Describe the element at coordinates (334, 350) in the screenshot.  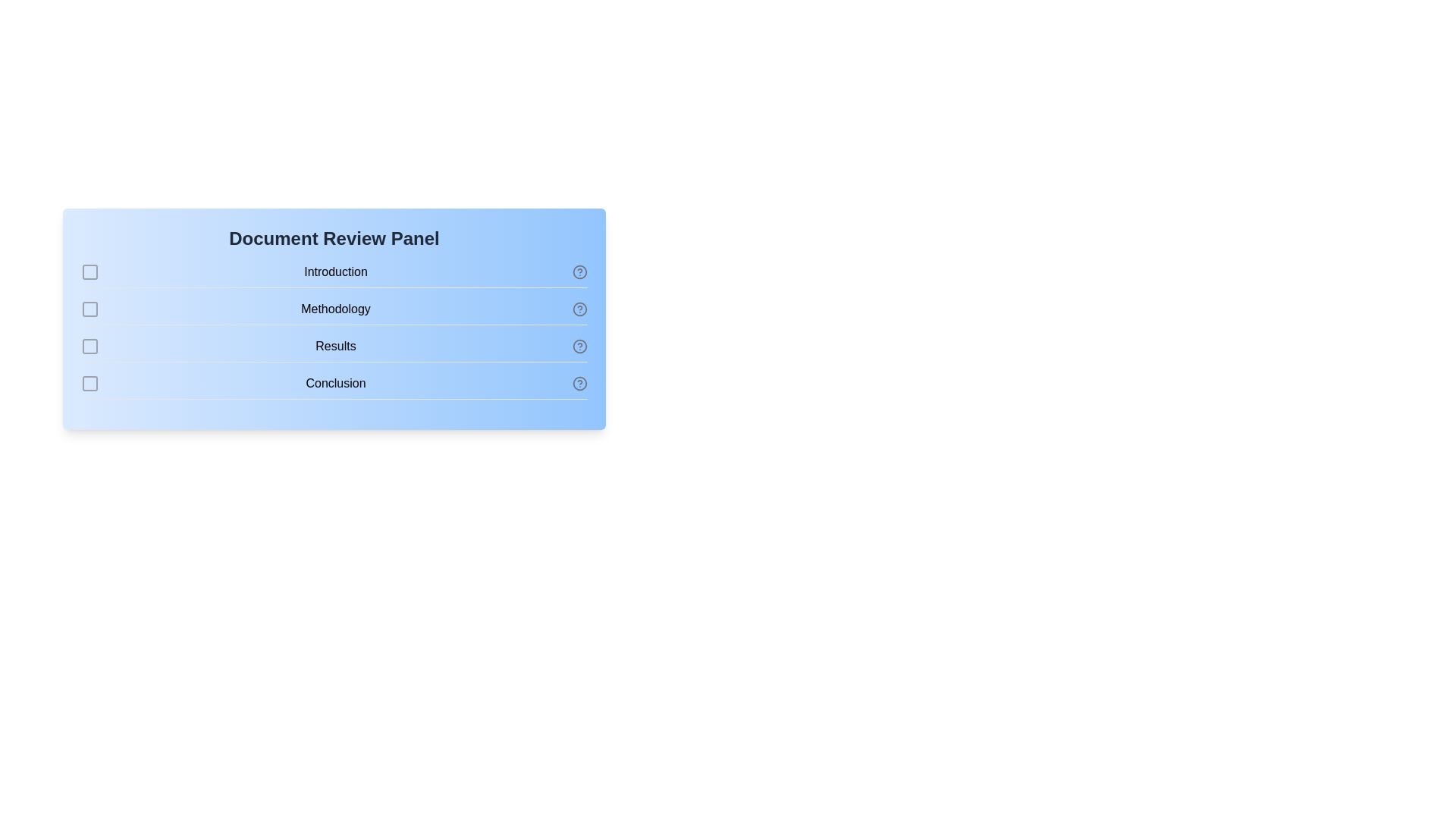
I see `the section name Results to toggle its selection state` at that location.